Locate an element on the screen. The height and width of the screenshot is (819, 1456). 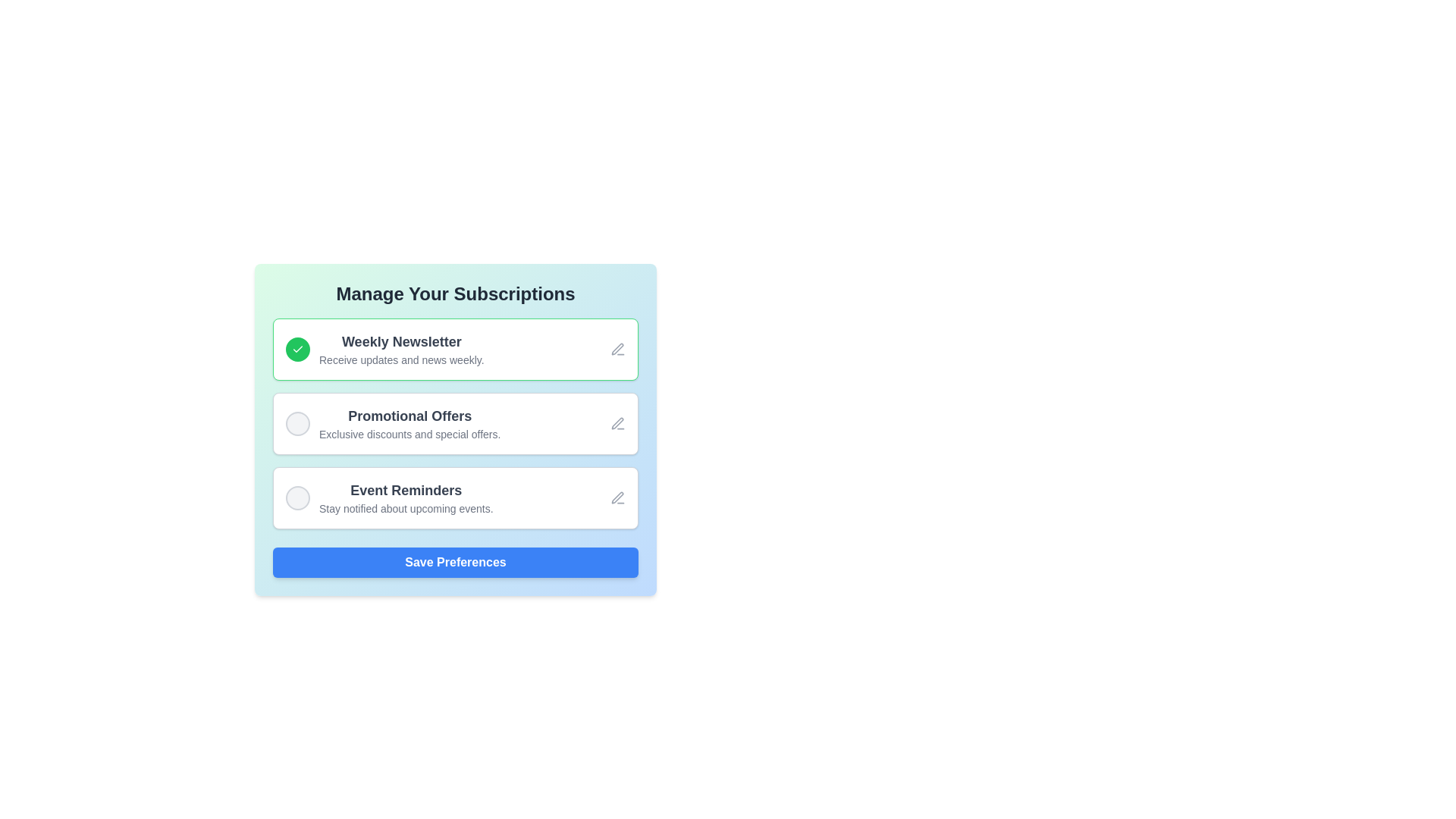
the Interactive toggle or selection button for 'Event Reminders' is located at coordinates (298, 497).